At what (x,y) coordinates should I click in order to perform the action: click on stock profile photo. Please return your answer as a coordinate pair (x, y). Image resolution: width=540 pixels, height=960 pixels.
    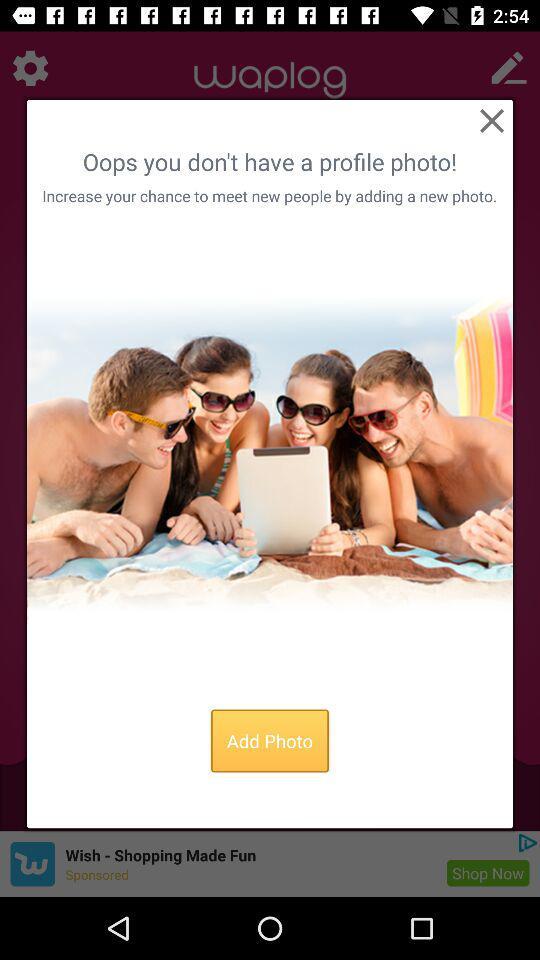
    Looking at the image, I should click on (270, 453).